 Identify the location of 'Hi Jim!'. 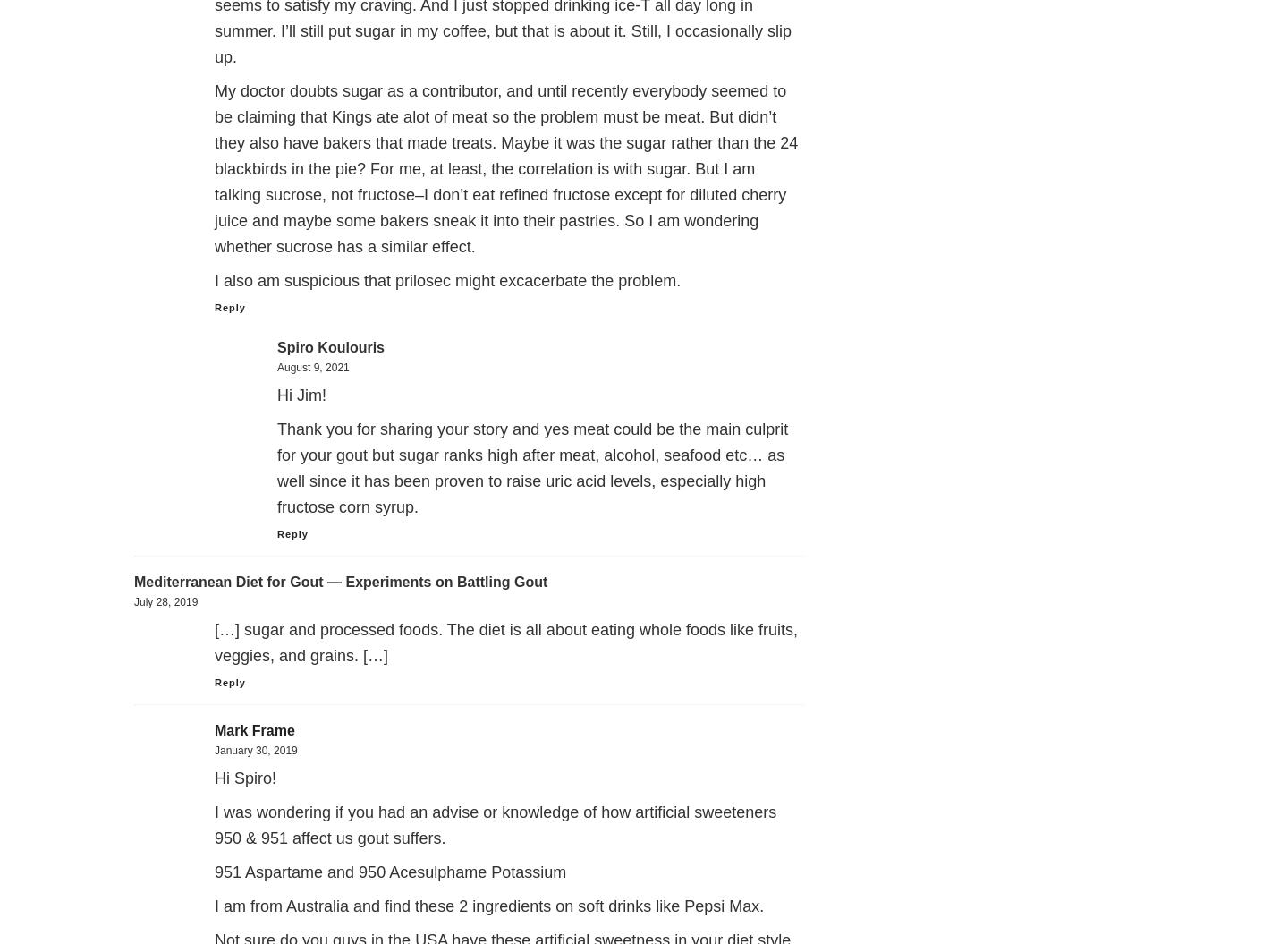
(301, 395).